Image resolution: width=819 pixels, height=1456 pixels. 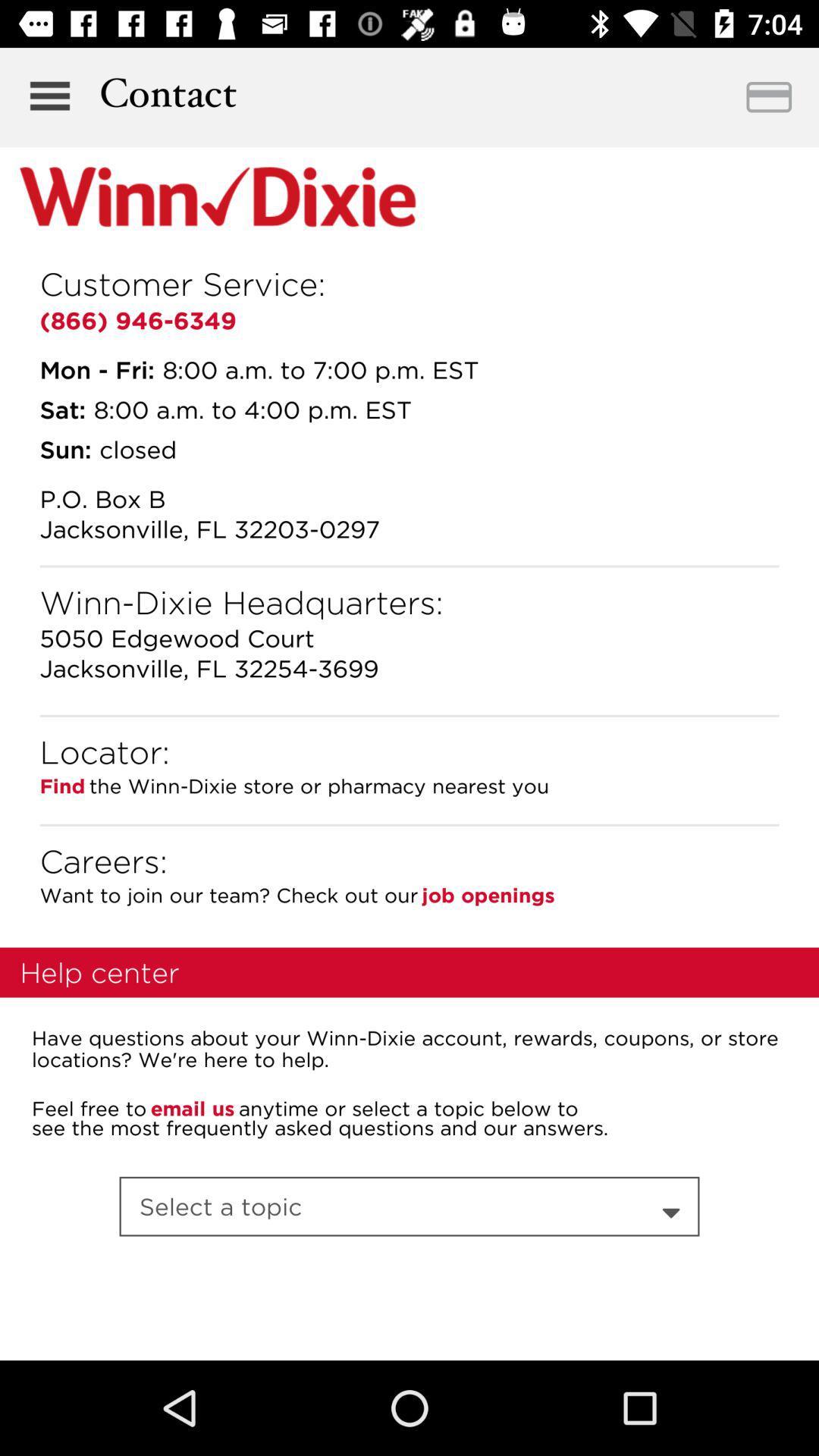 I want to click on the item above the p o box icon, so click(x=64, y=448).